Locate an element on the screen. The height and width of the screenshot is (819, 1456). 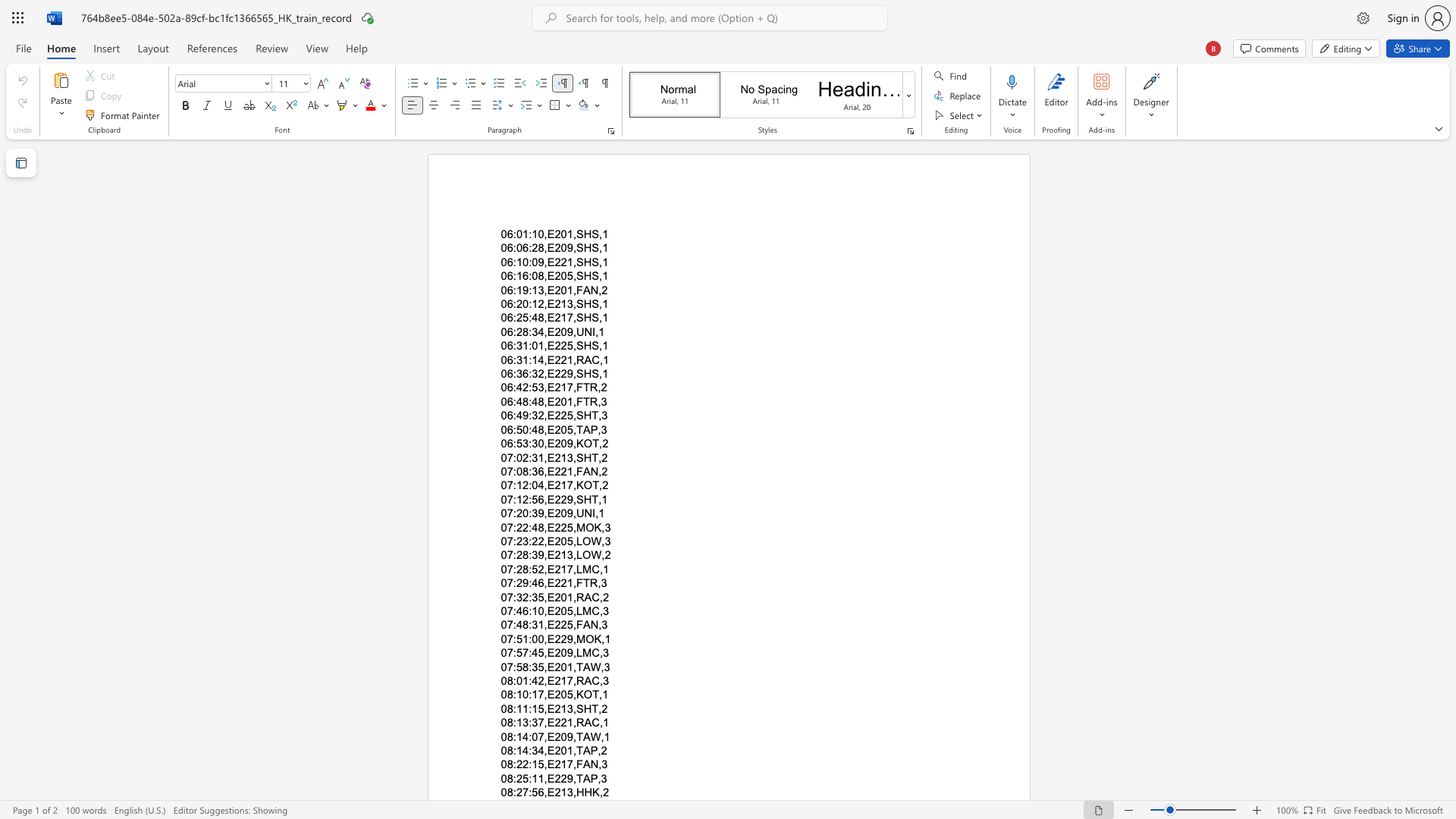
the space between the continuous character "," and "E" in the text is located at coordinates (548, 485).